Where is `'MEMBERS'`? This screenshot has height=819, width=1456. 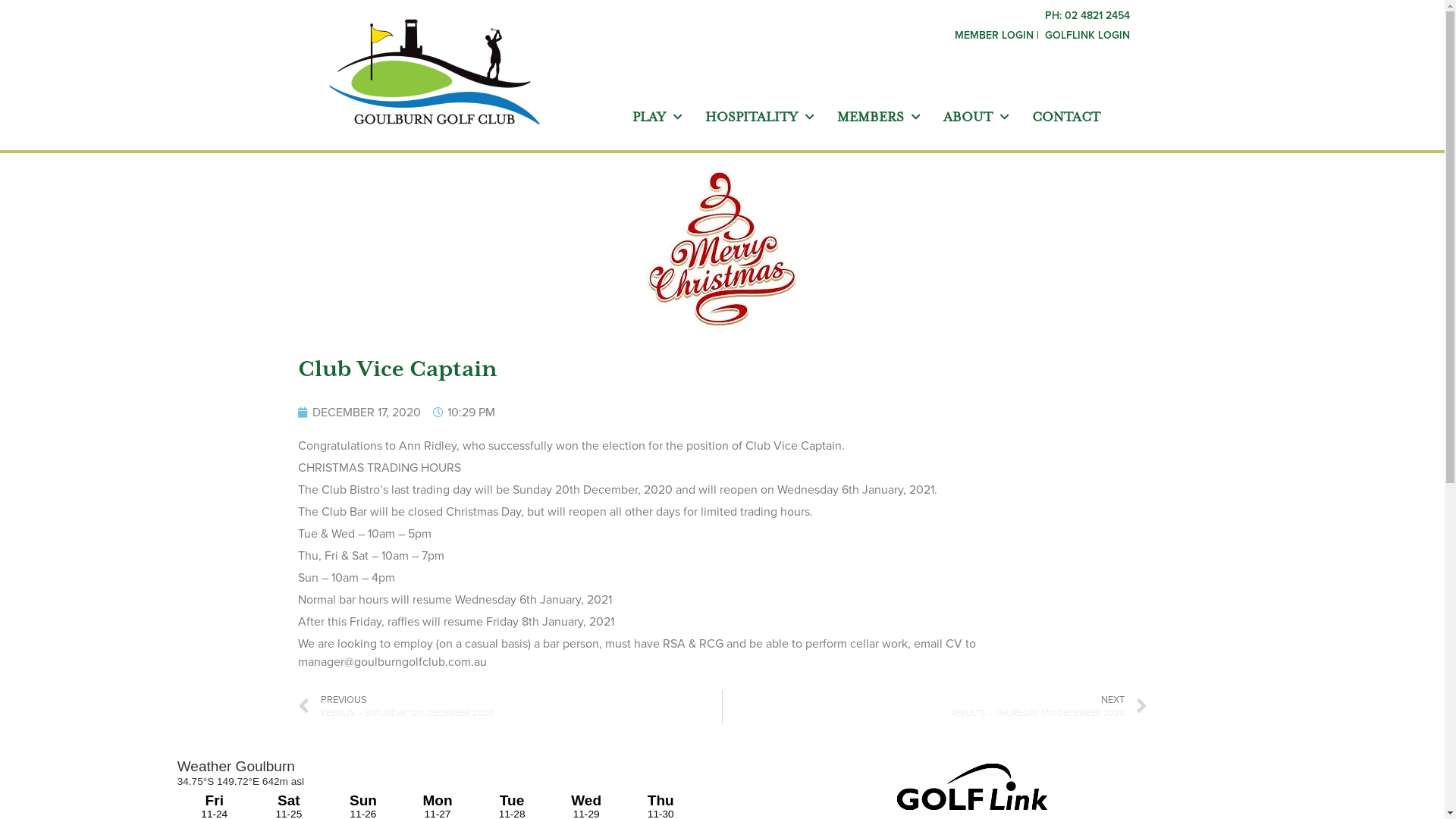
'MEMBERS' is located at coordinates (878, 116).